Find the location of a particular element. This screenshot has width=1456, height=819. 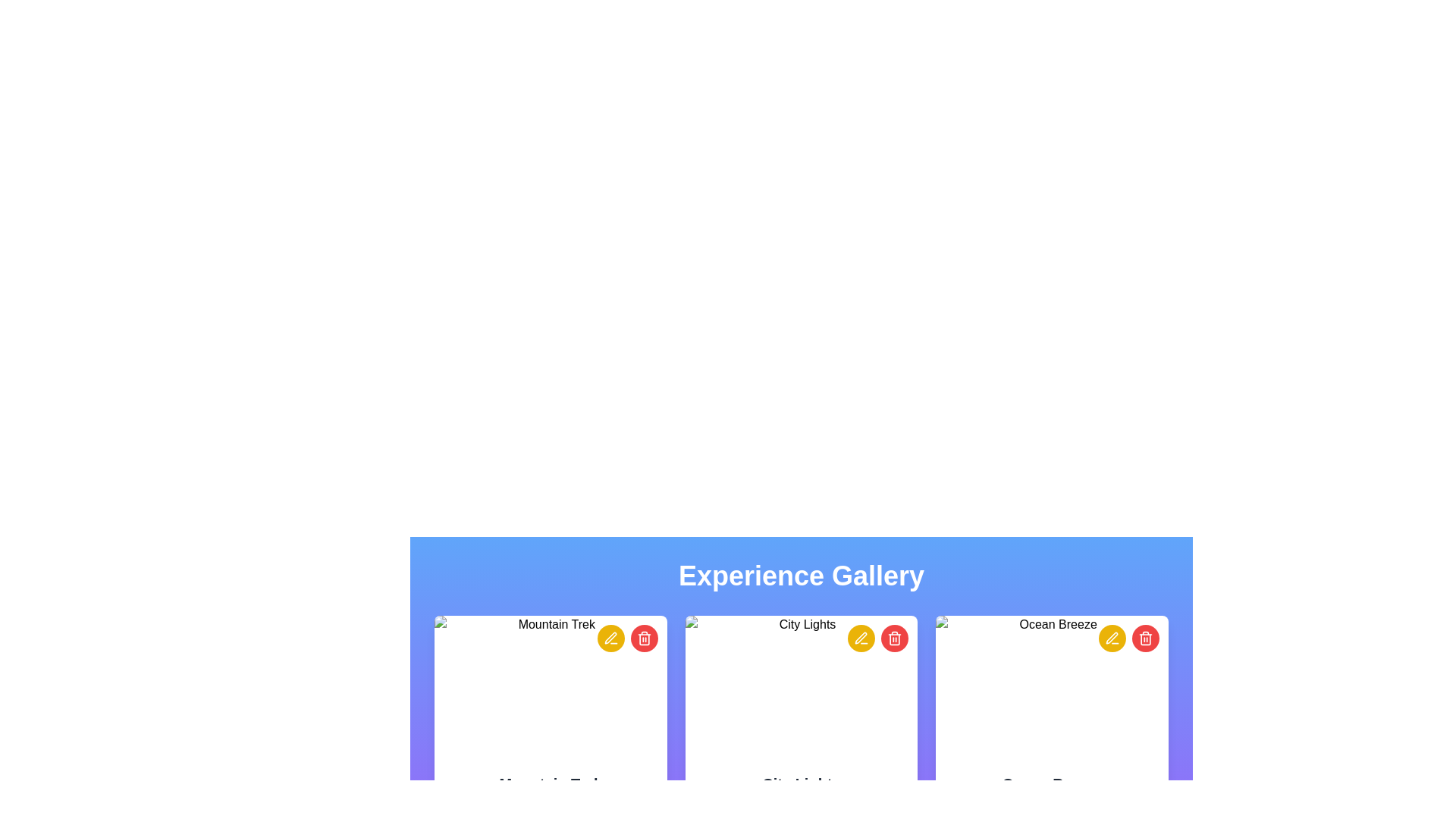

the edit button located at the top-right corner of the card is located at coordinates (610, 638).